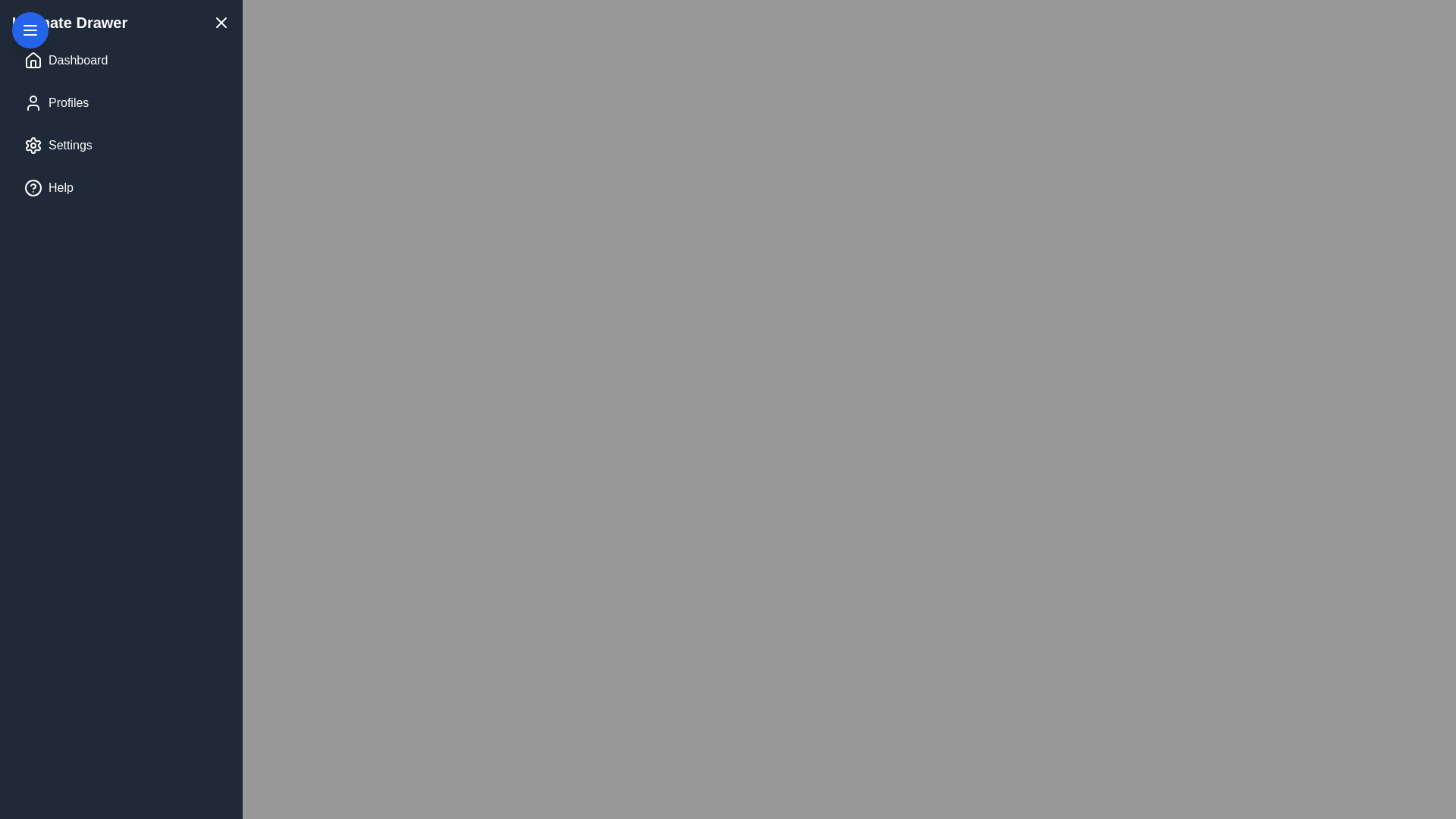 This screenshot has height=819, width=1456. Describe the element at coordinates (221, 23) in the screenshot. I see `the cross icon located at the top-right corner of the sidebar` at that location.